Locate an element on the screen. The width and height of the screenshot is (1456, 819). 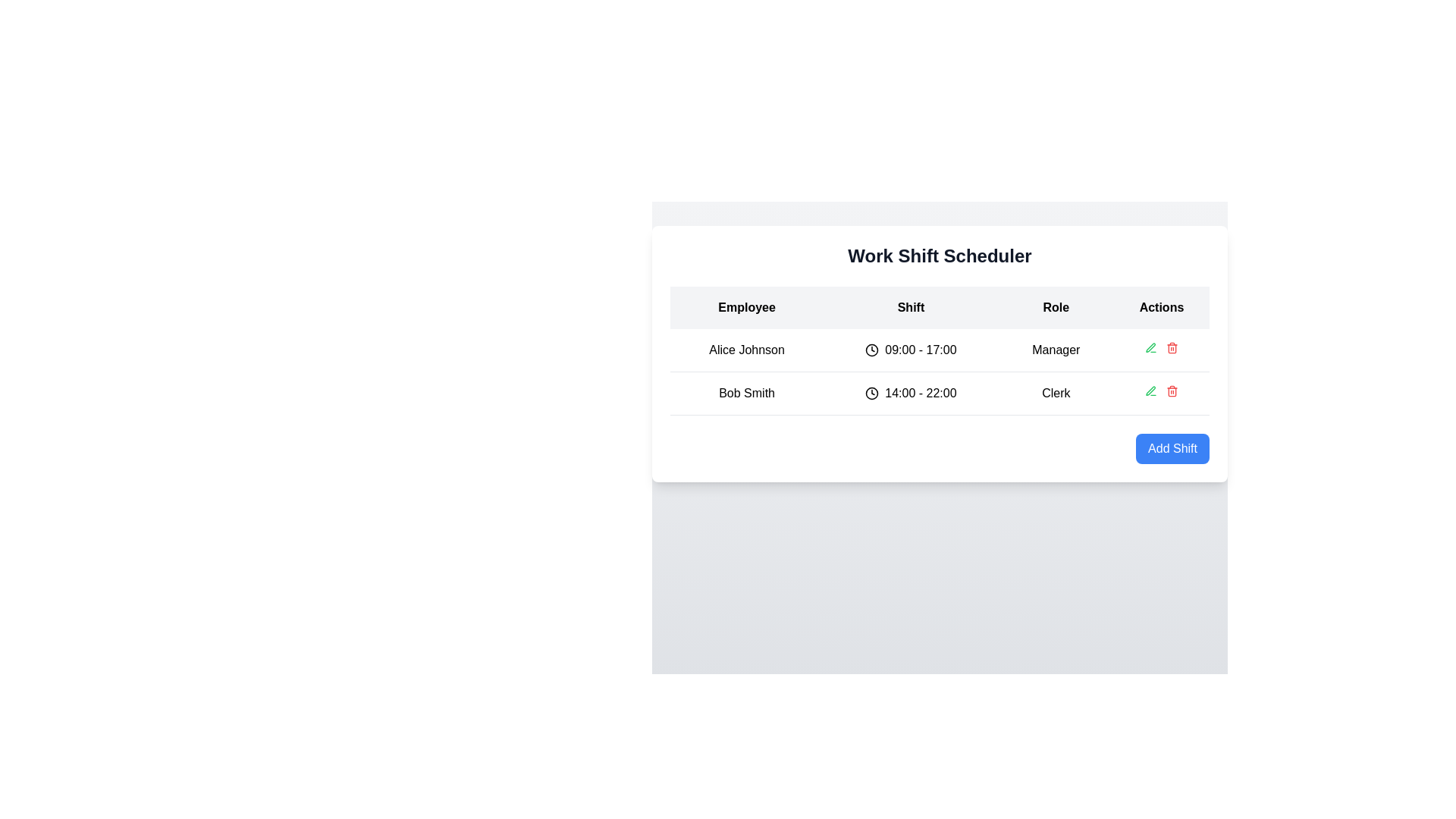
the text label reading 'Shift', which is styled with black bold text and positioned between 'Employee' and 'Role' in the table layout is located at coordinates (910, 307).